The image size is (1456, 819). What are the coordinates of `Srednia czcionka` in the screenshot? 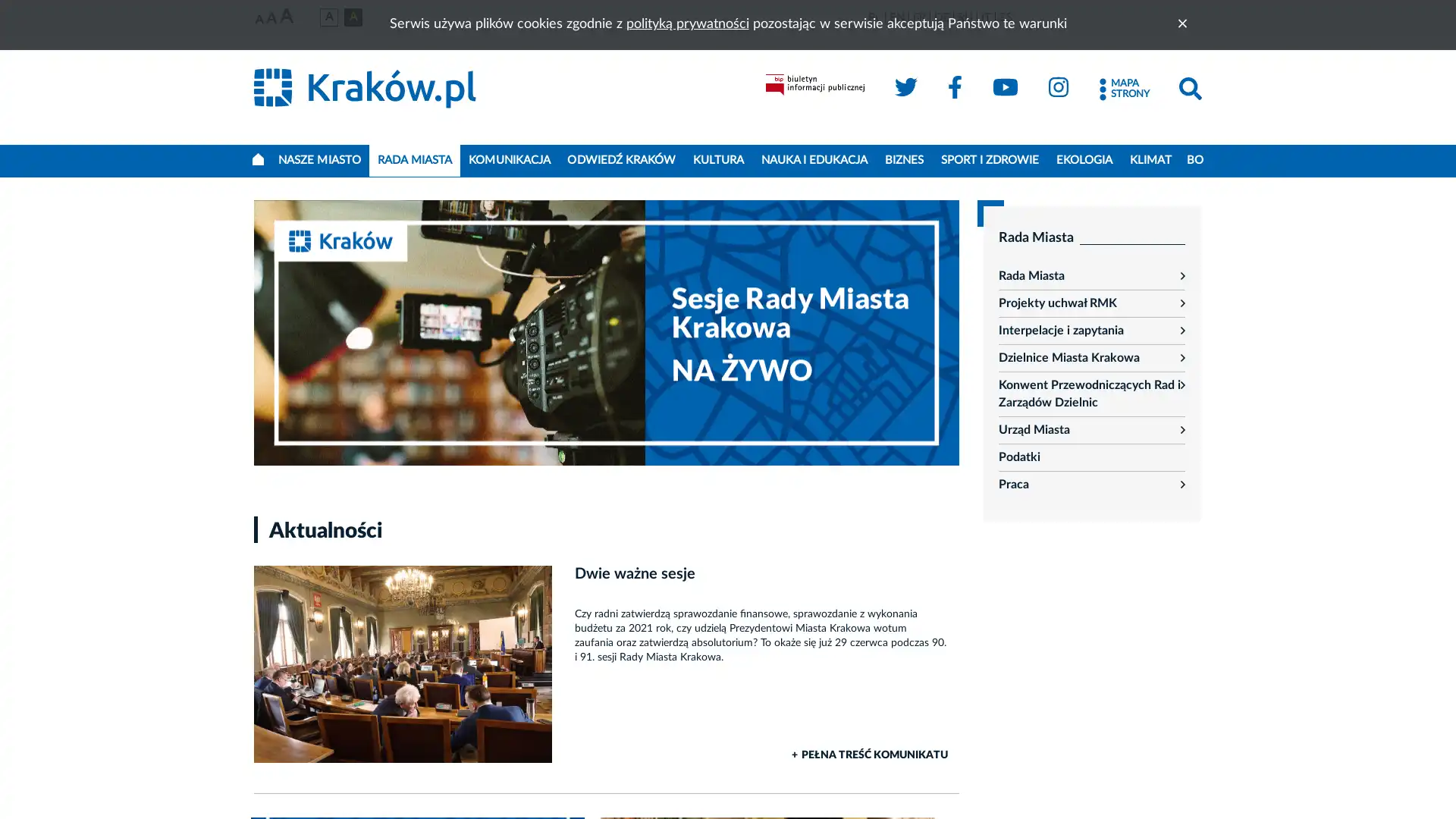 It's located at (271, 18).